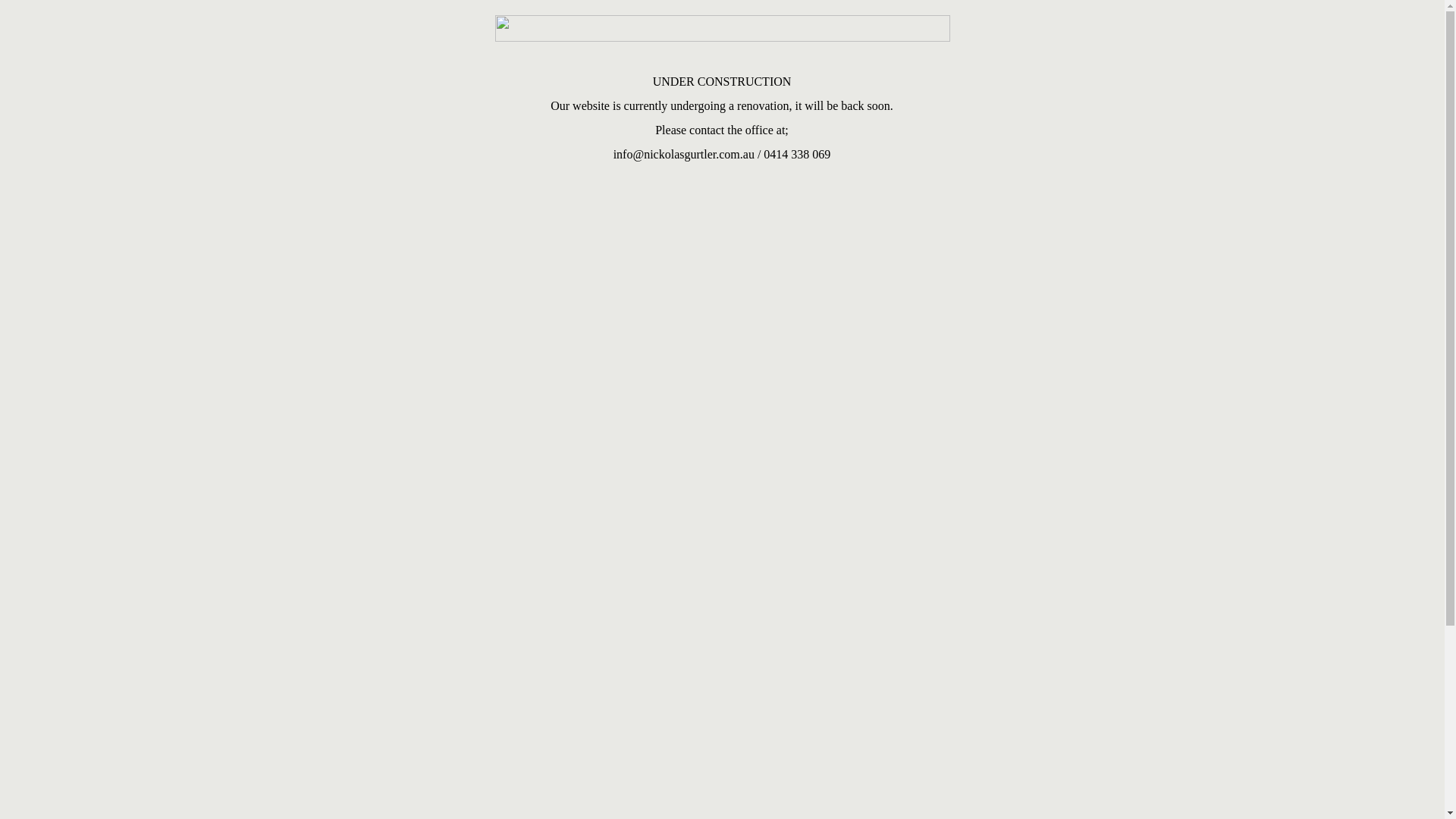  Describe the element at coordinates (683, 154) in the screenshot. I see `'info@nickolasgurtler.com.au'` at that location.